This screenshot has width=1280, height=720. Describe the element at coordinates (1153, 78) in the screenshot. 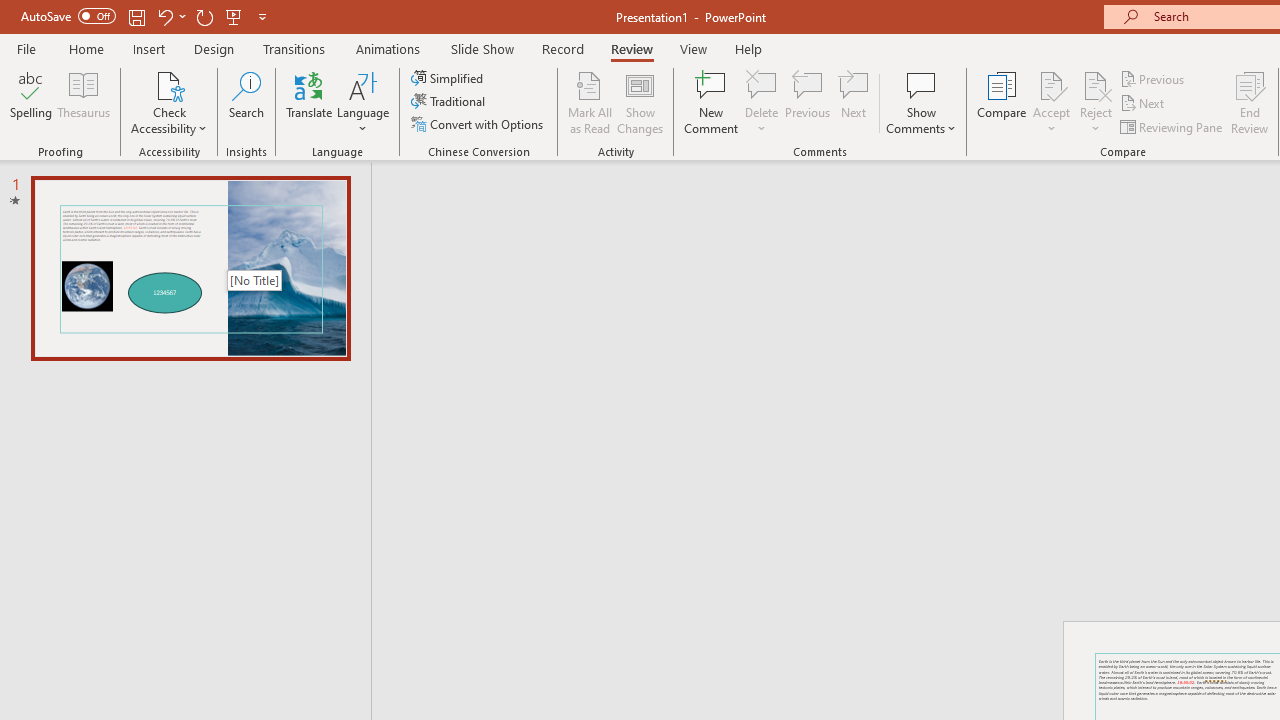

I see `'Previous'` at that location.